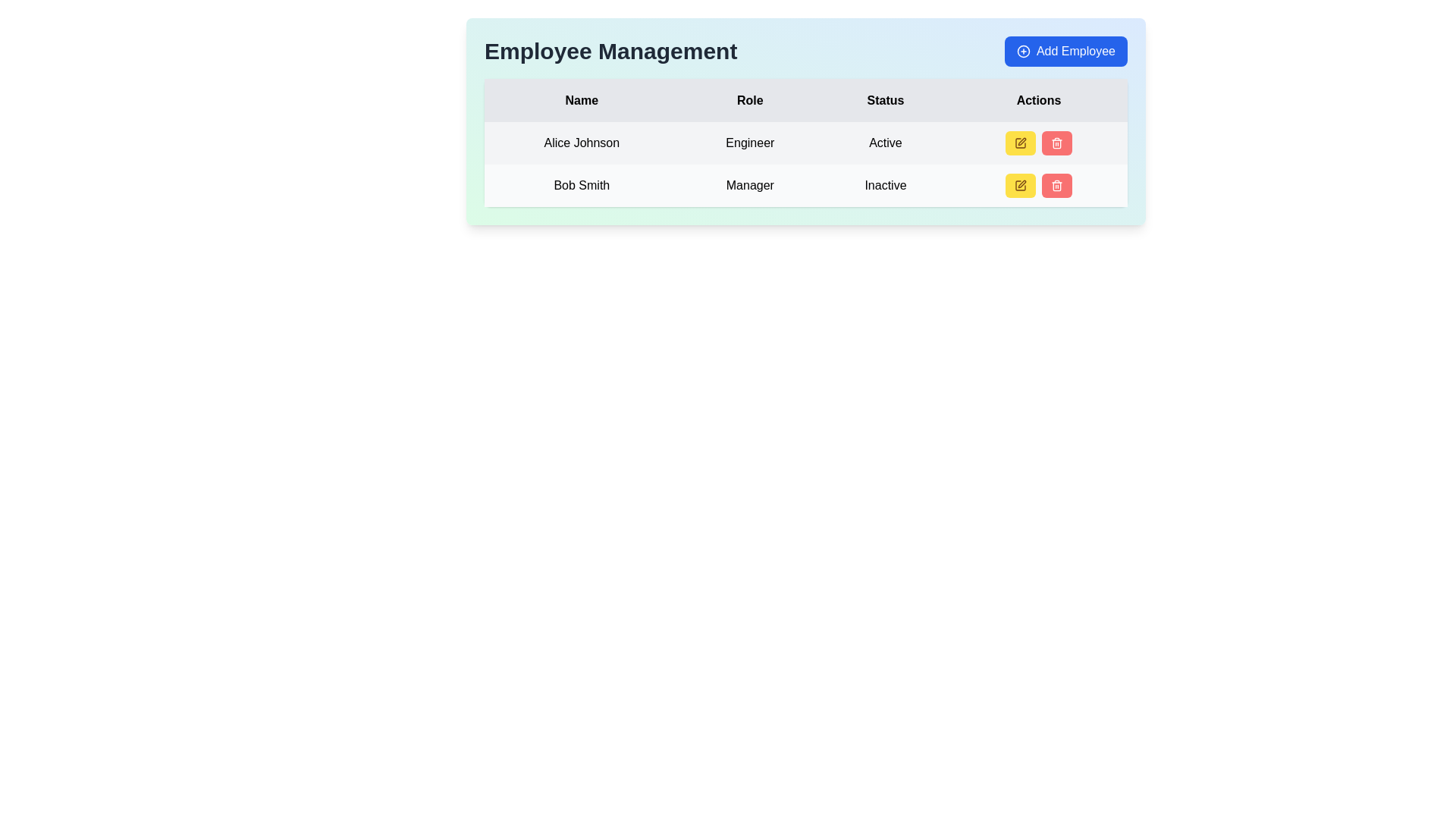 The image size is (1456, 819). I want to click on the 'Add Employee' button located in the top-right corner of the 'Employee Management' section, so click(1065, 51).